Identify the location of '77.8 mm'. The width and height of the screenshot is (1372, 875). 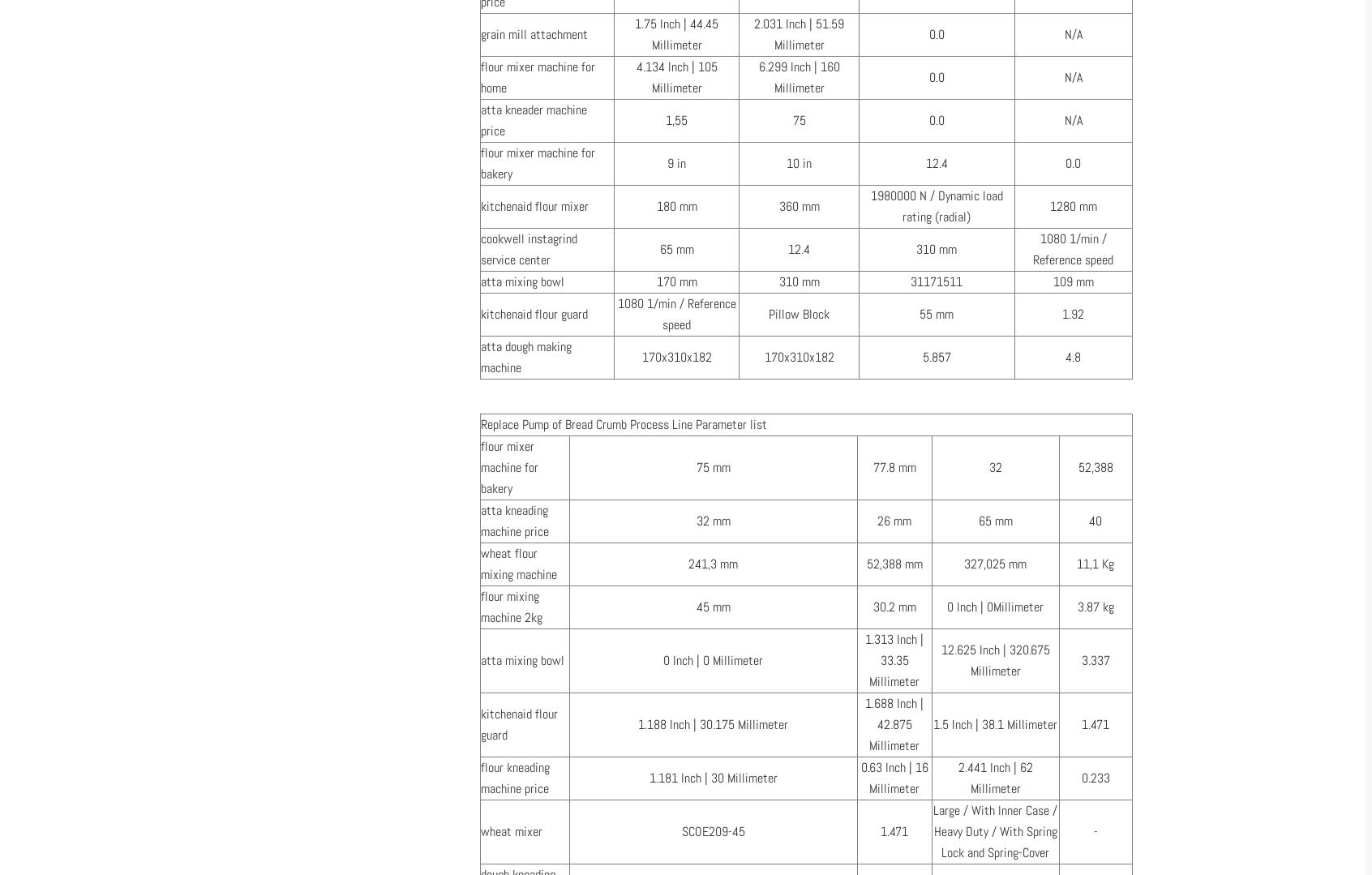
(894, 466).